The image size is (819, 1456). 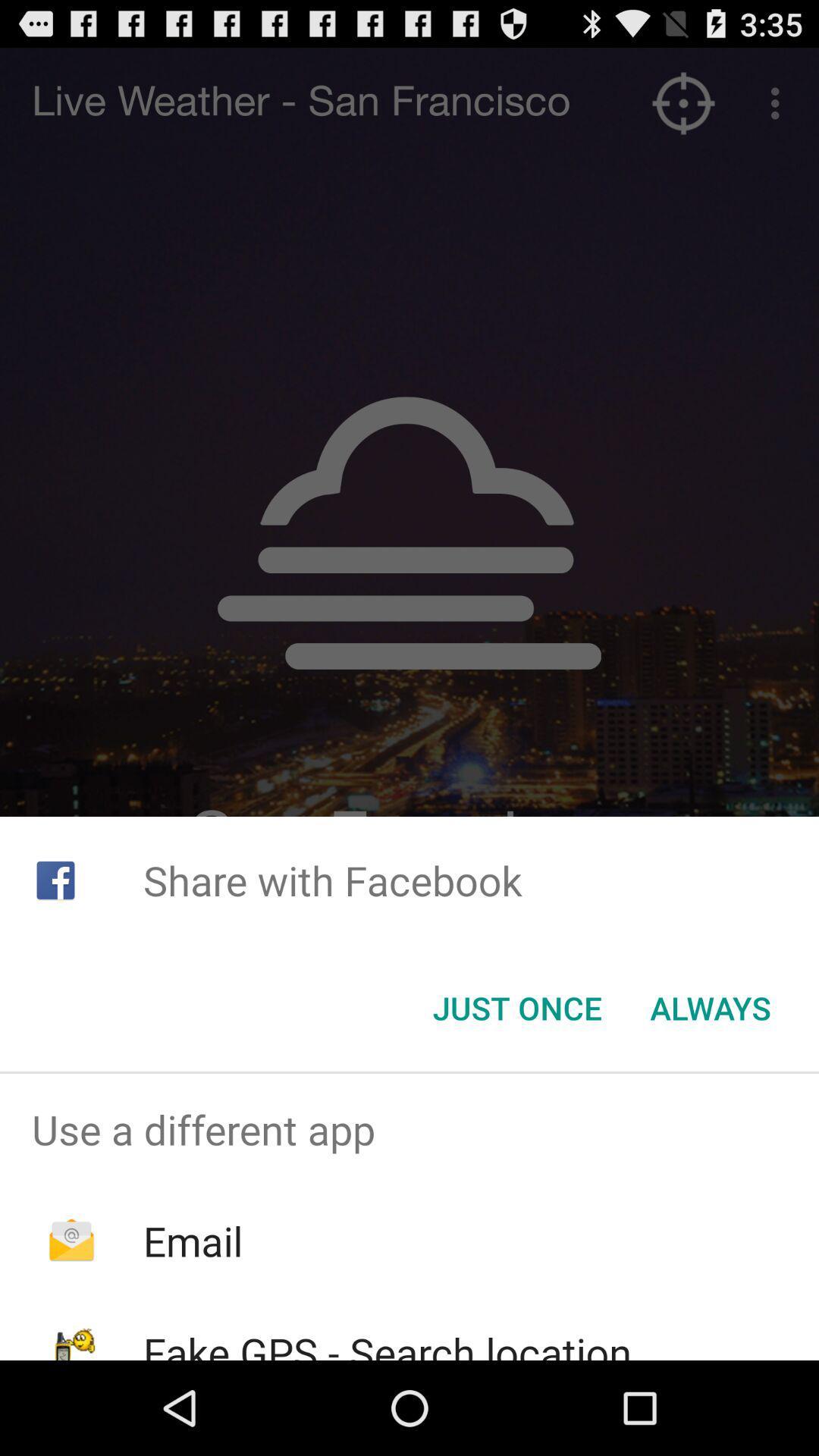 What do you see at coordinates (516, 1008) in the screenshot?
I see `button next to the always` at bounding box center [516, 1008].